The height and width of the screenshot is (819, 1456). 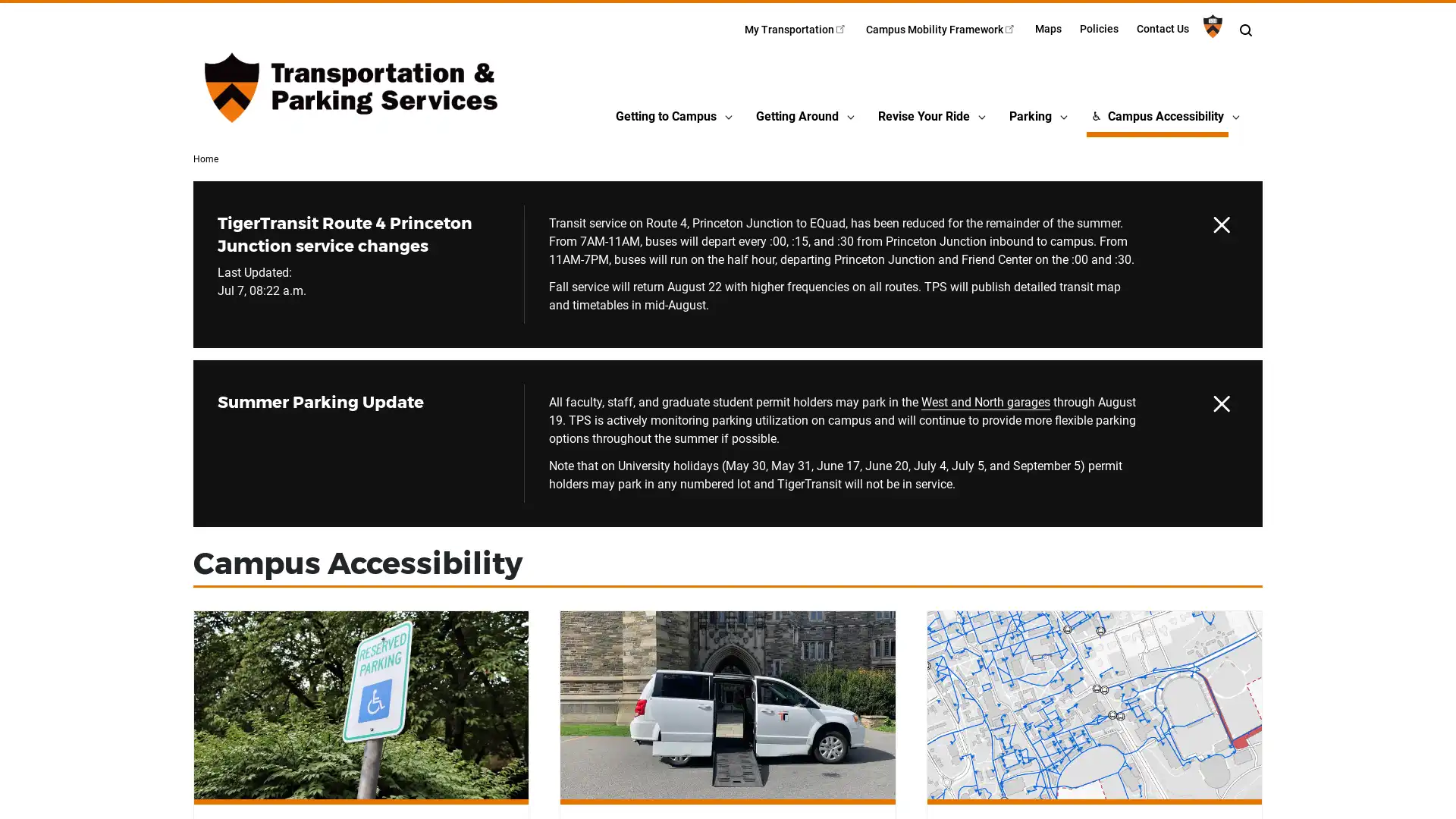 What do you see at coordinates (851, 116) in the screenshot?
I see `Getting AroundSubmenu` at bounding box center [851, 116].